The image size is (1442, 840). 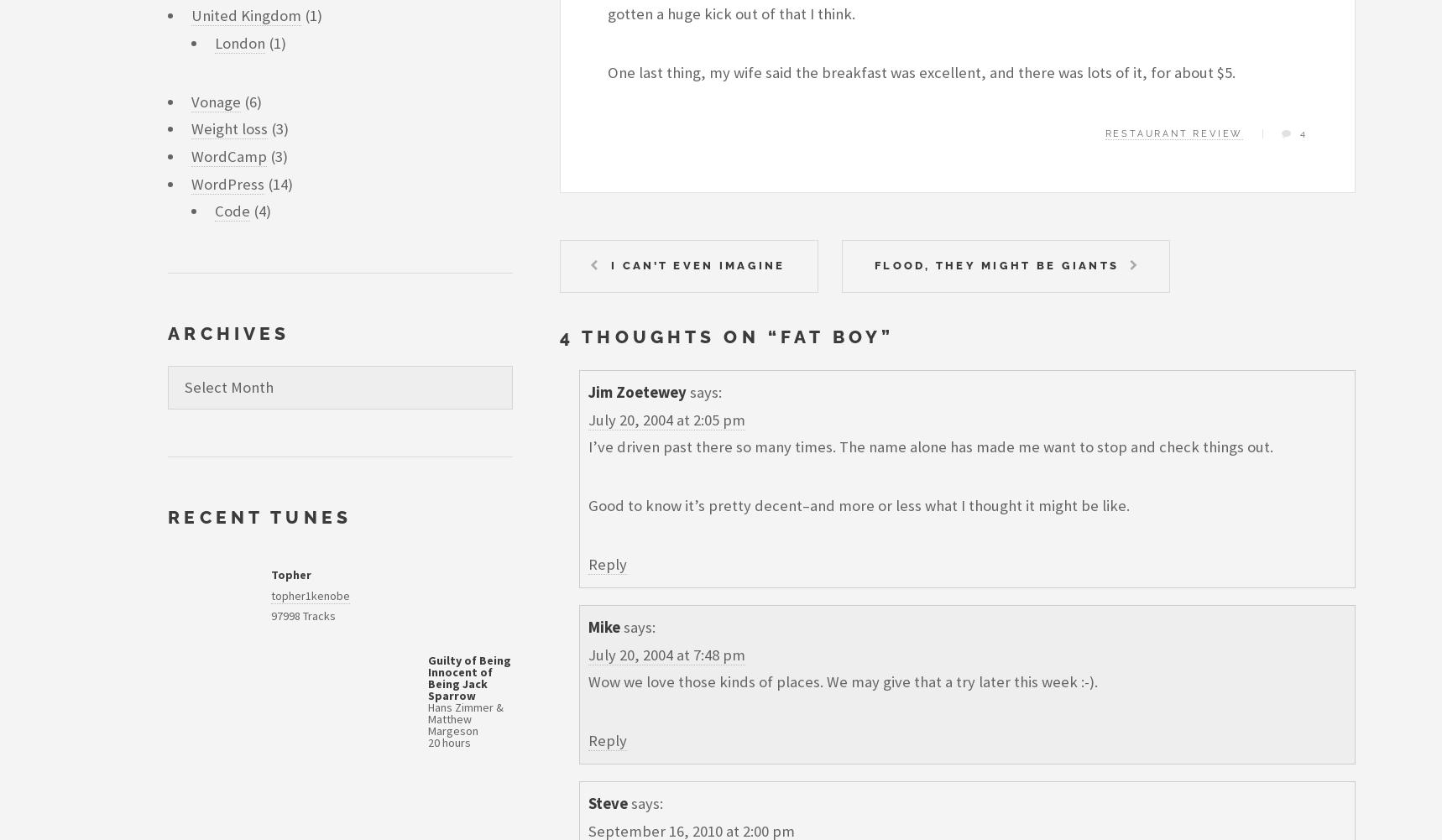 What do you see at coordinates (241, 100) in the screenshot?
I see `'(6)'` at bounding box center [241, 100].